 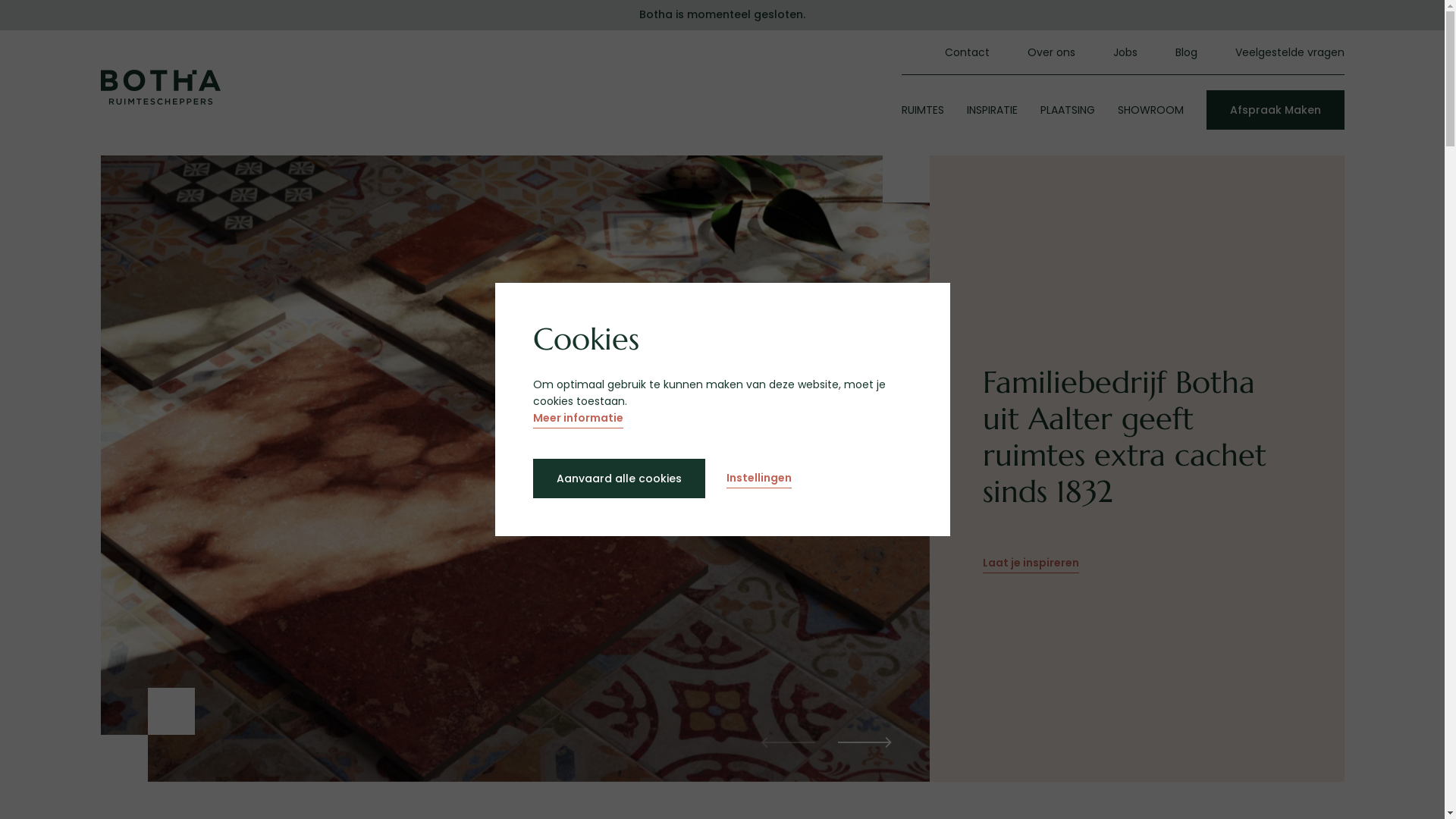 What do you see at coordinates (1031, 564) in the screenshot?
I see `'Laat je inspireren'` at bounding box center [1031, 564].